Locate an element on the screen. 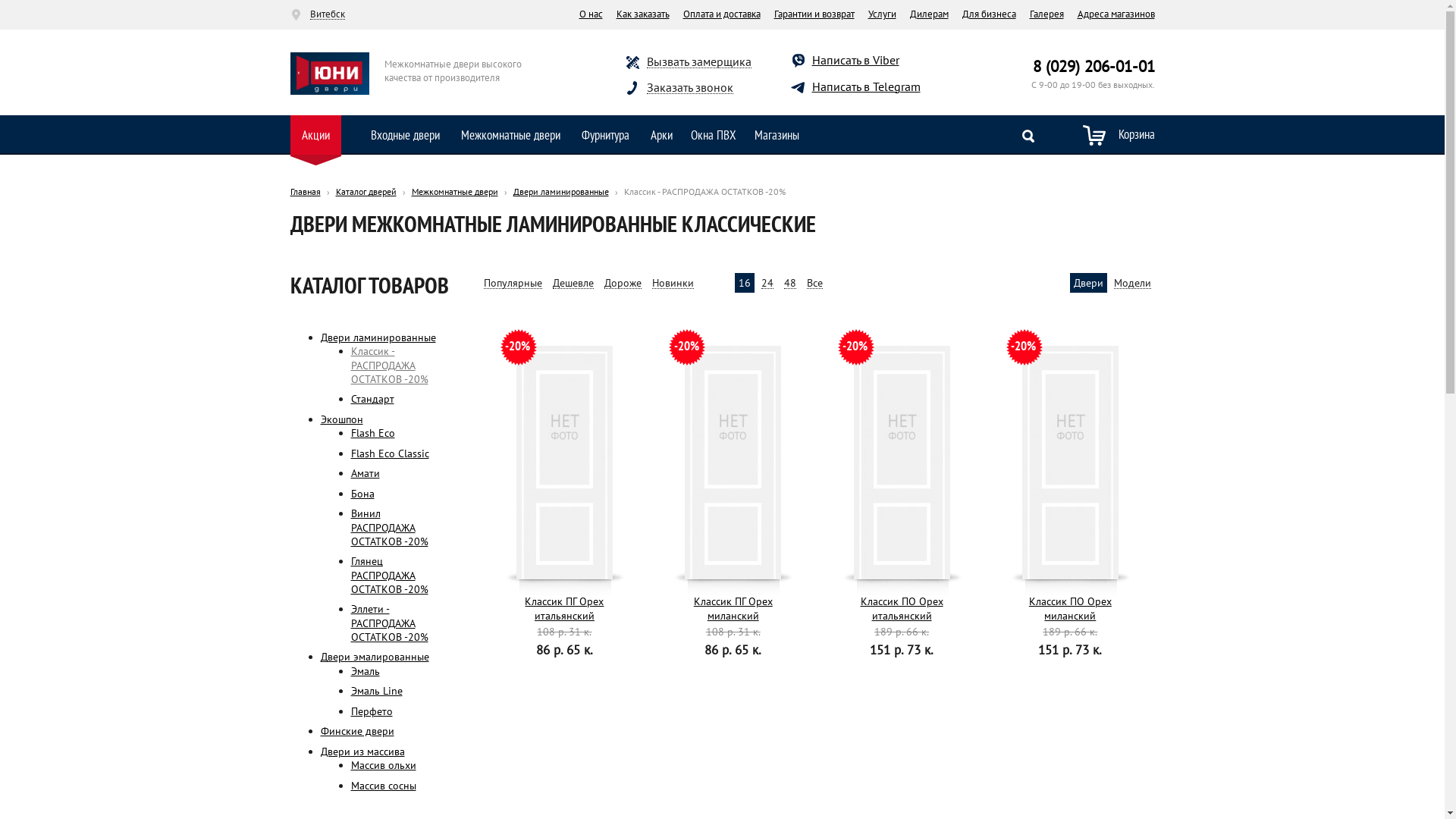 The width and height of the screenshot is (1456, 819). '-20%' is located at coordinates (494, 461).